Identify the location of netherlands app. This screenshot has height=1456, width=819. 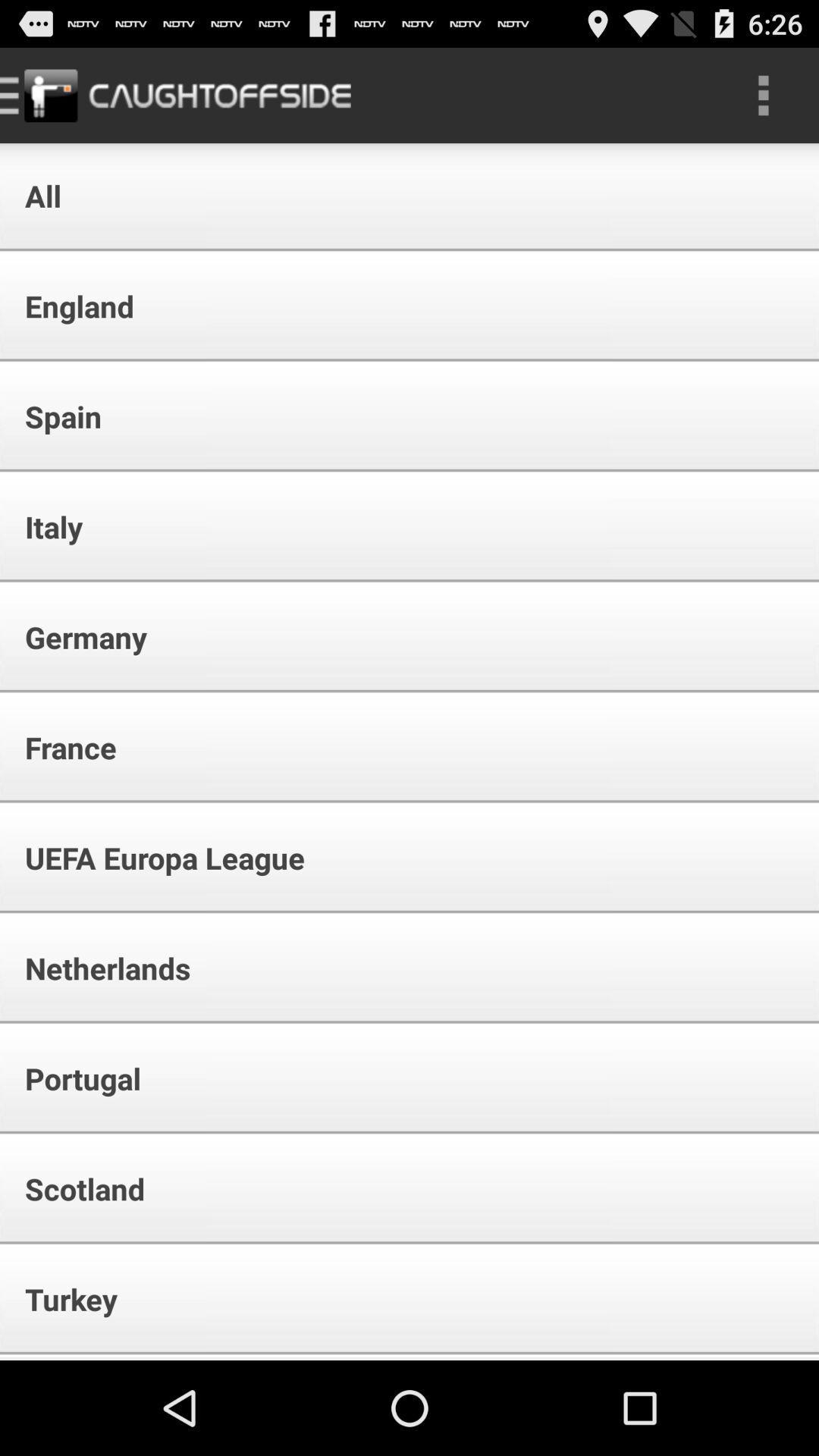
(97, 967).